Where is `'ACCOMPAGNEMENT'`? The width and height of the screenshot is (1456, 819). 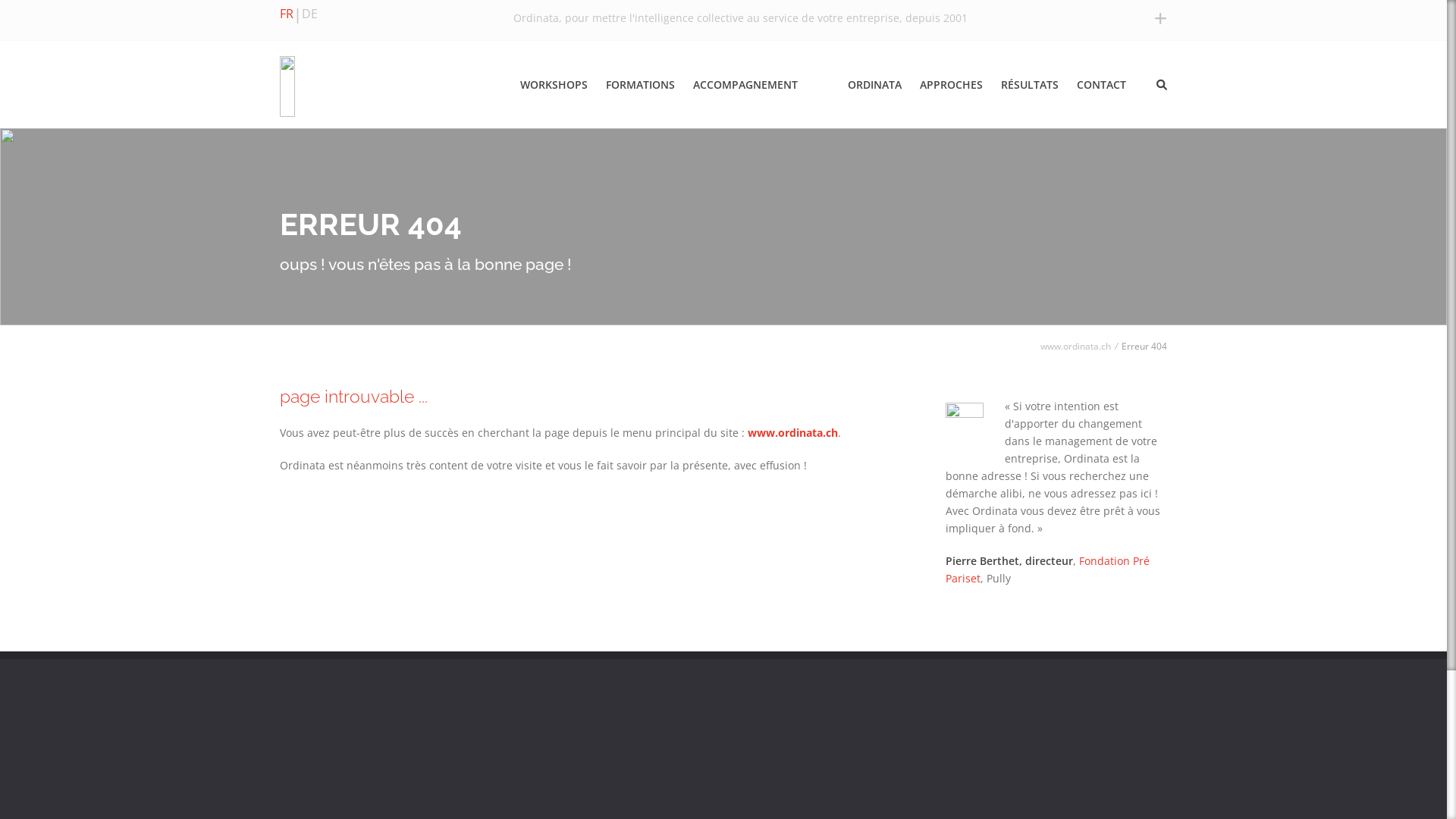 'ACCOMPAGNEMENT' is located at coordinates (686, 84).